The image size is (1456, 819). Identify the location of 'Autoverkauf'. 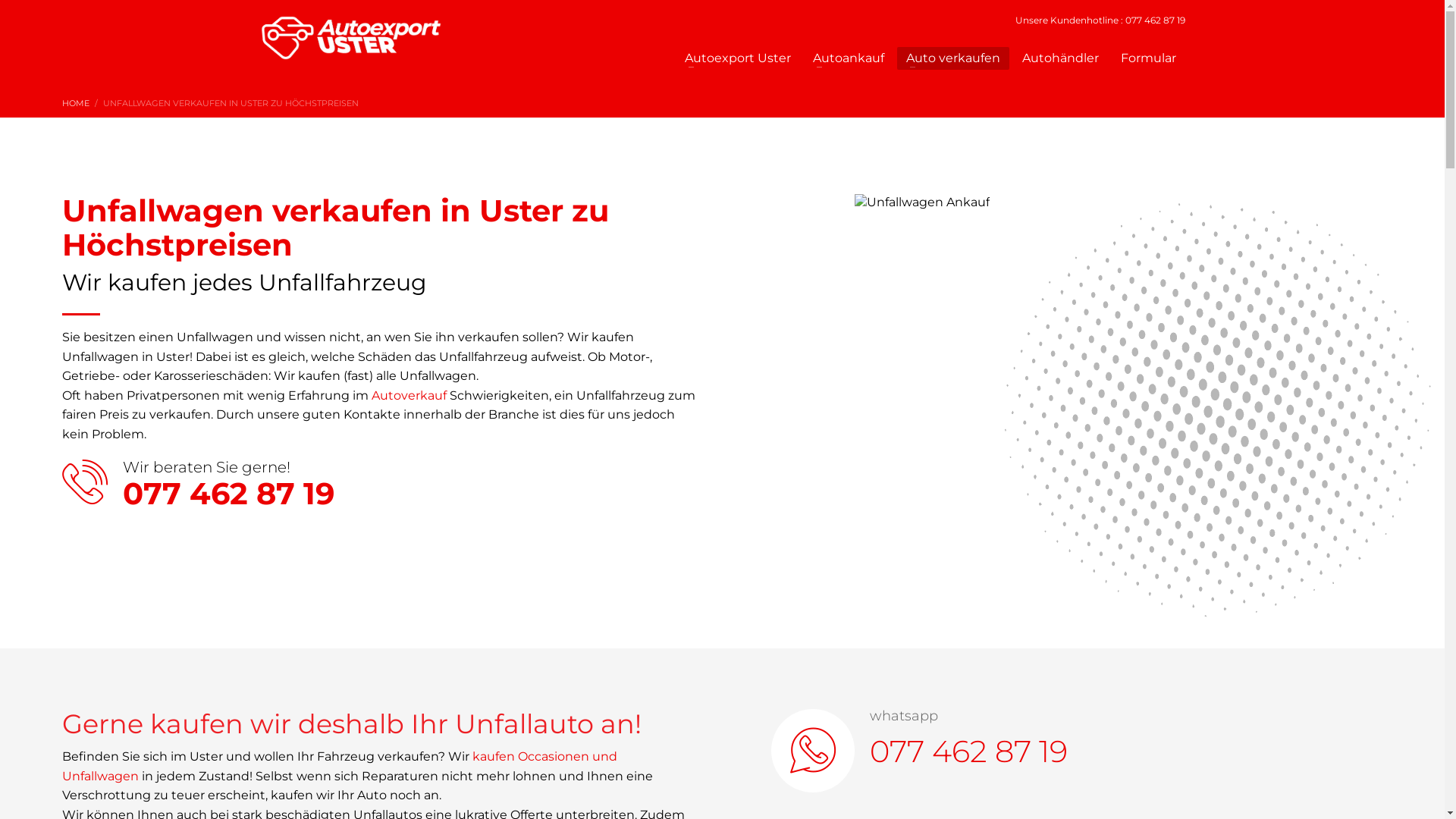
(409, 394).